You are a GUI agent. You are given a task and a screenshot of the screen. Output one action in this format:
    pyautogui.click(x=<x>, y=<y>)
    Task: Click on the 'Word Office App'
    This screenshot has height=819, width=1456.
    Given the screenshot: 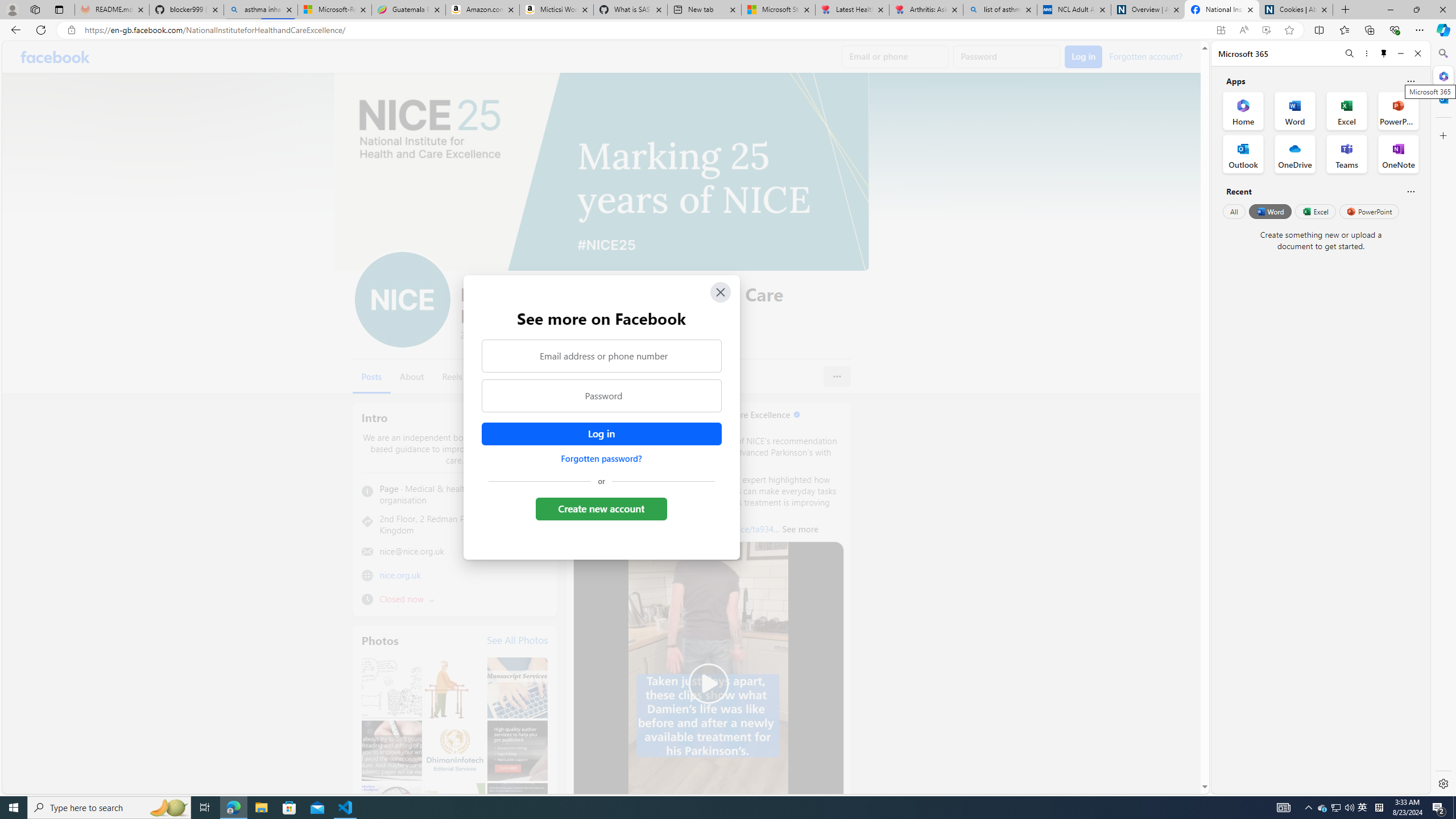 What is the action you would take?
    pyautogui.click(x=1294, y=111)
    